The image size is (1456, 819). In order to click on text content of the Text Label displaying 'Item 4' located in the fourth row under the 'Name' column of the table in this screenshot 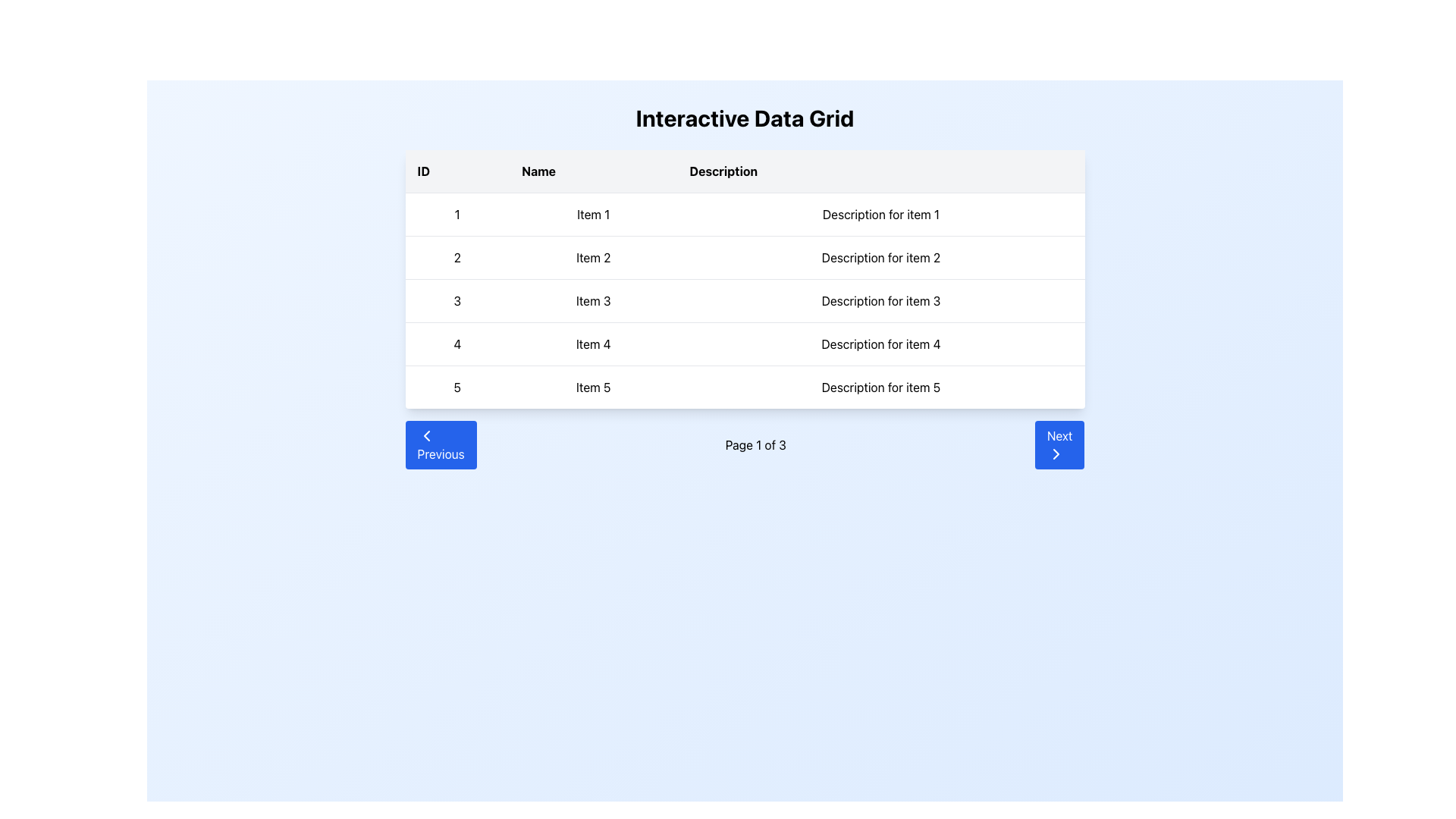, I will do `click(592, 344)`.